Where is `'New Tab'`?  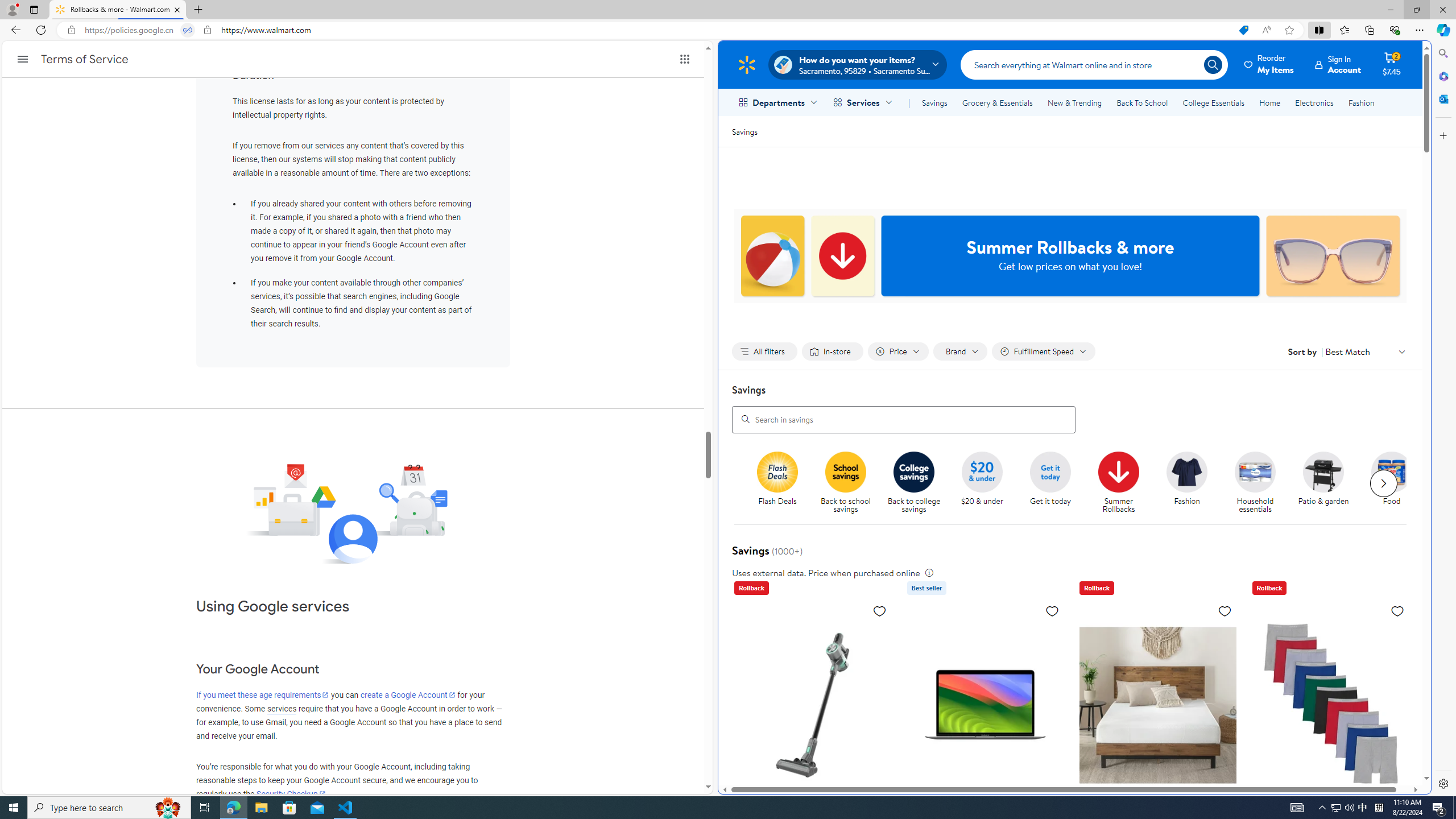
'New Tab' is located at coordinates (198, 9).